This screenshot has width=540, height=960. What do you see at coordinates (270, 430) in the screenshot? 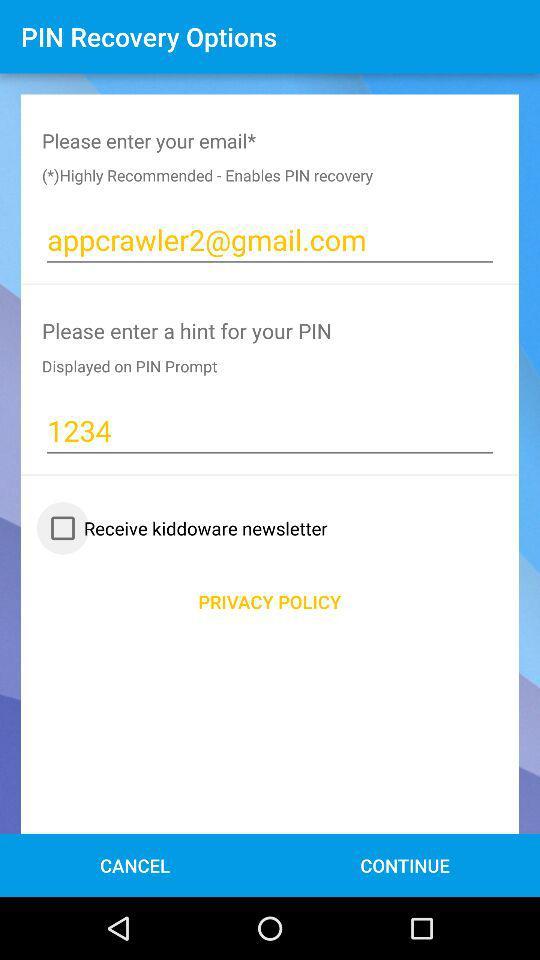
I see `1234 item` at bounding box center [270, 430].